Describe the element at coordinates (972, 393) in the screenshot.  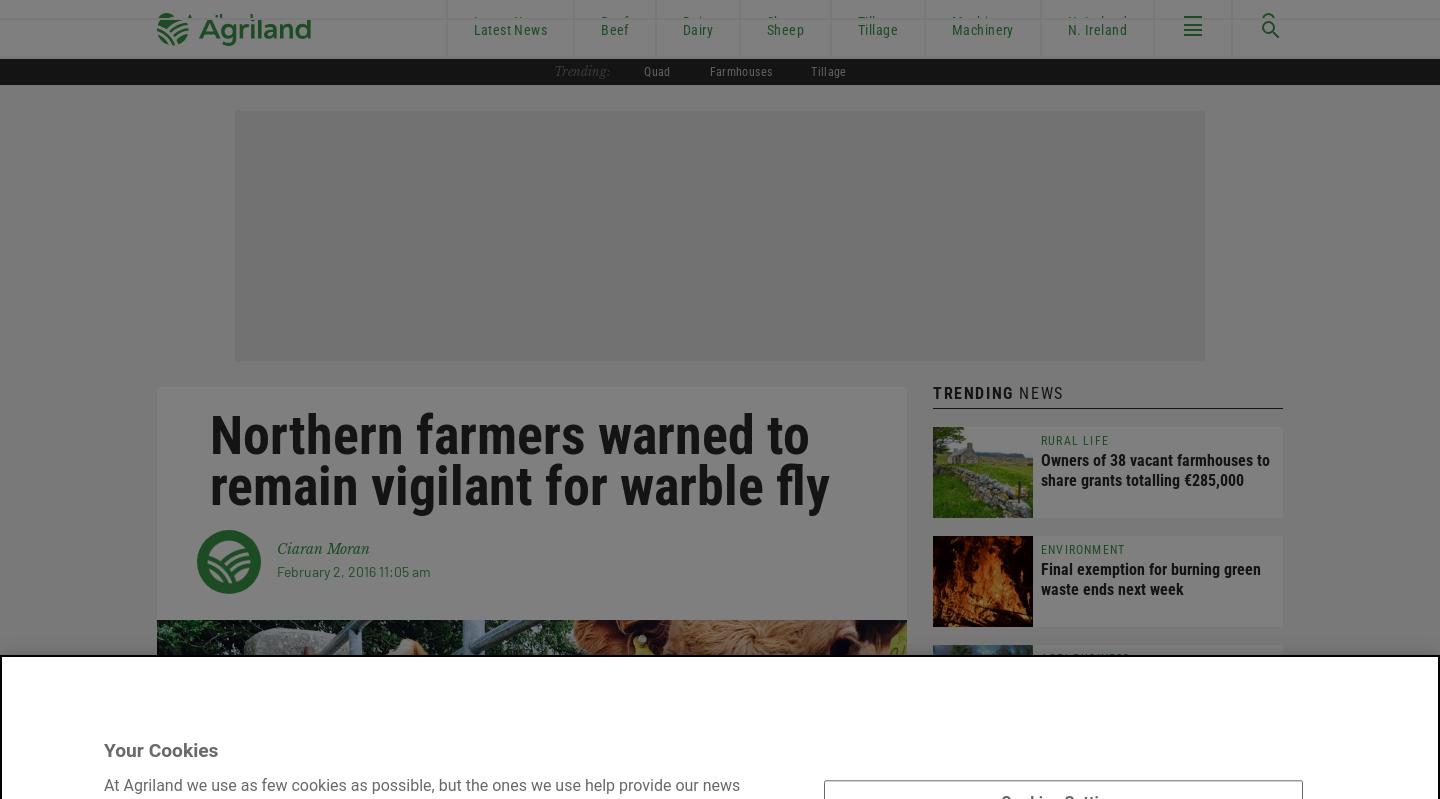
I see `'Trending'` at that location.